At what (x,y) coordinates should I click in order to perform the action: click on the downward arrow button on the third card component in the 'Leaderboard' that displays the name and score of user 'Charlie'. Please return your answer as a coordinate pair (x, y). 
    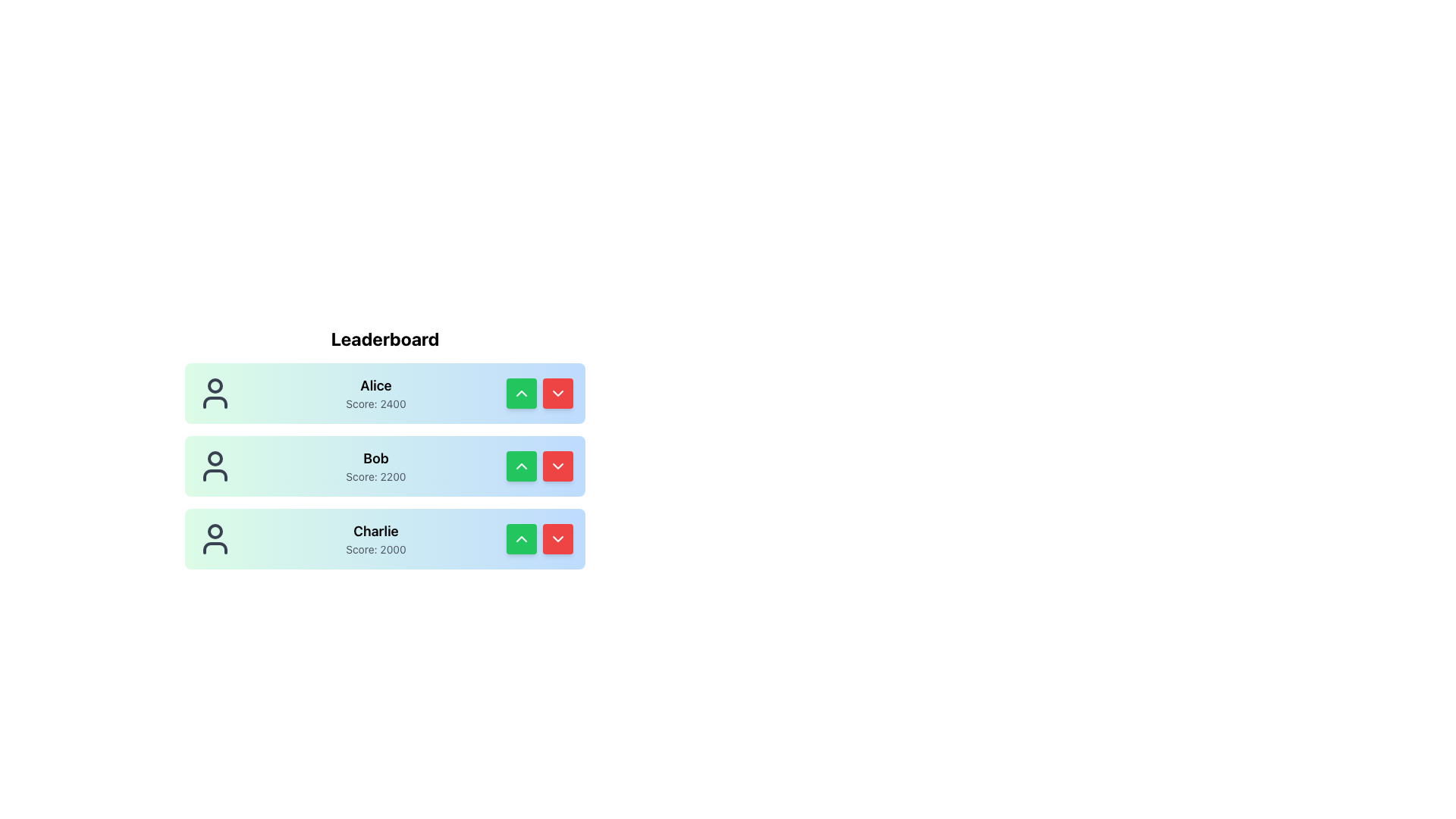
    Looking at the image, I should click on (385, 538).